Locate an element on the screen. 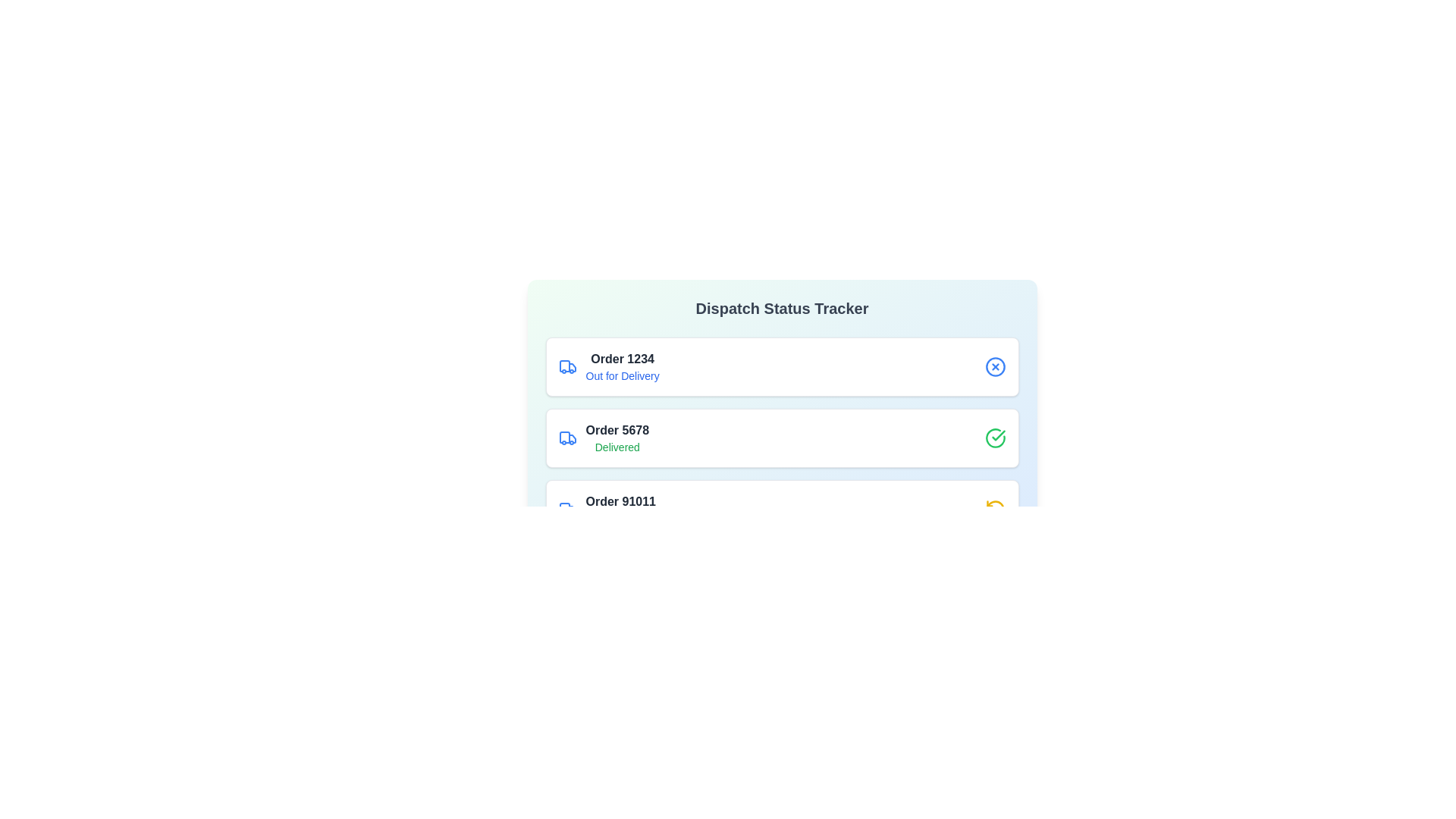 Image resolution: width=1456 pixels, height=819 pixels. the icon representing the status of order 1234 is located at coordinates (995, 366).